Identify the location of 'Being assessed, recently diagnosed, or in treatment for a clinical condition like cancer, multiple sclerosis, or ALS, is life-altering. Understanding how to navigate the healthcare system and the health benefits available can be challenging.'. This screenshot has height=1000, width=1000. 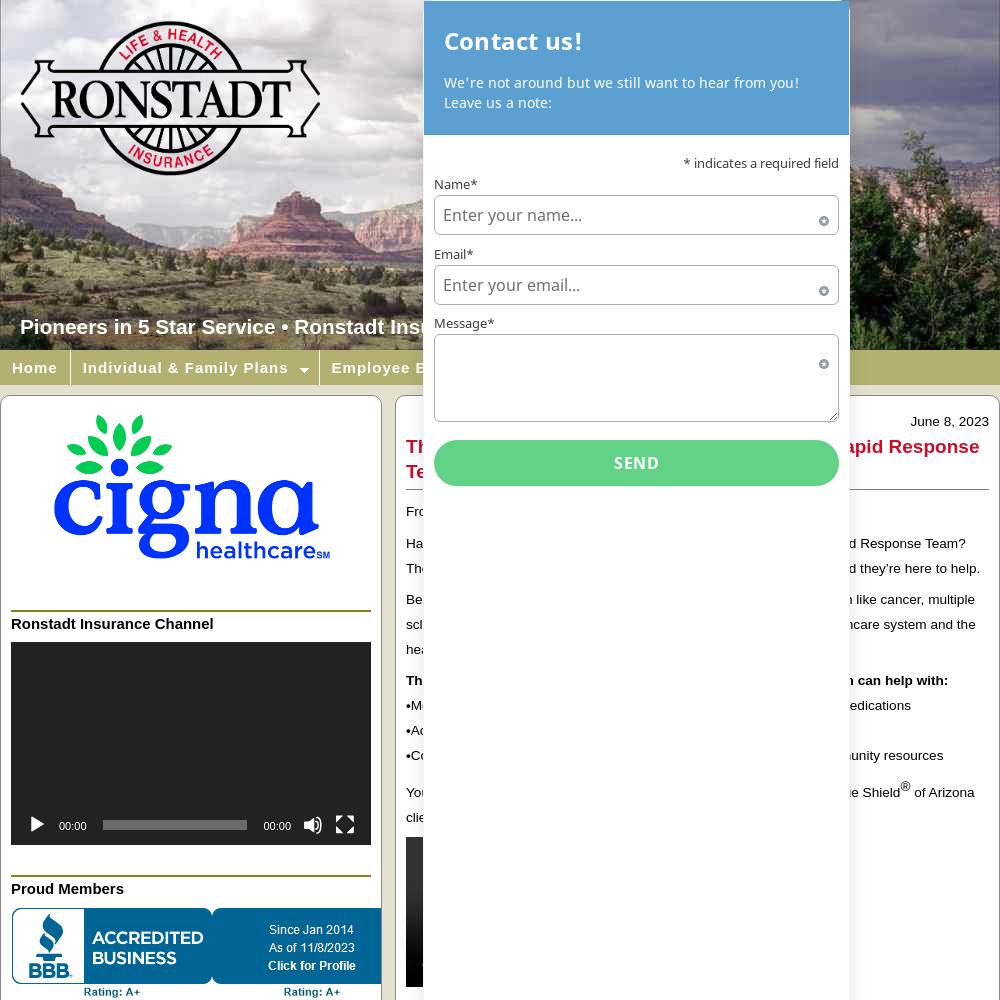
(689, 623).